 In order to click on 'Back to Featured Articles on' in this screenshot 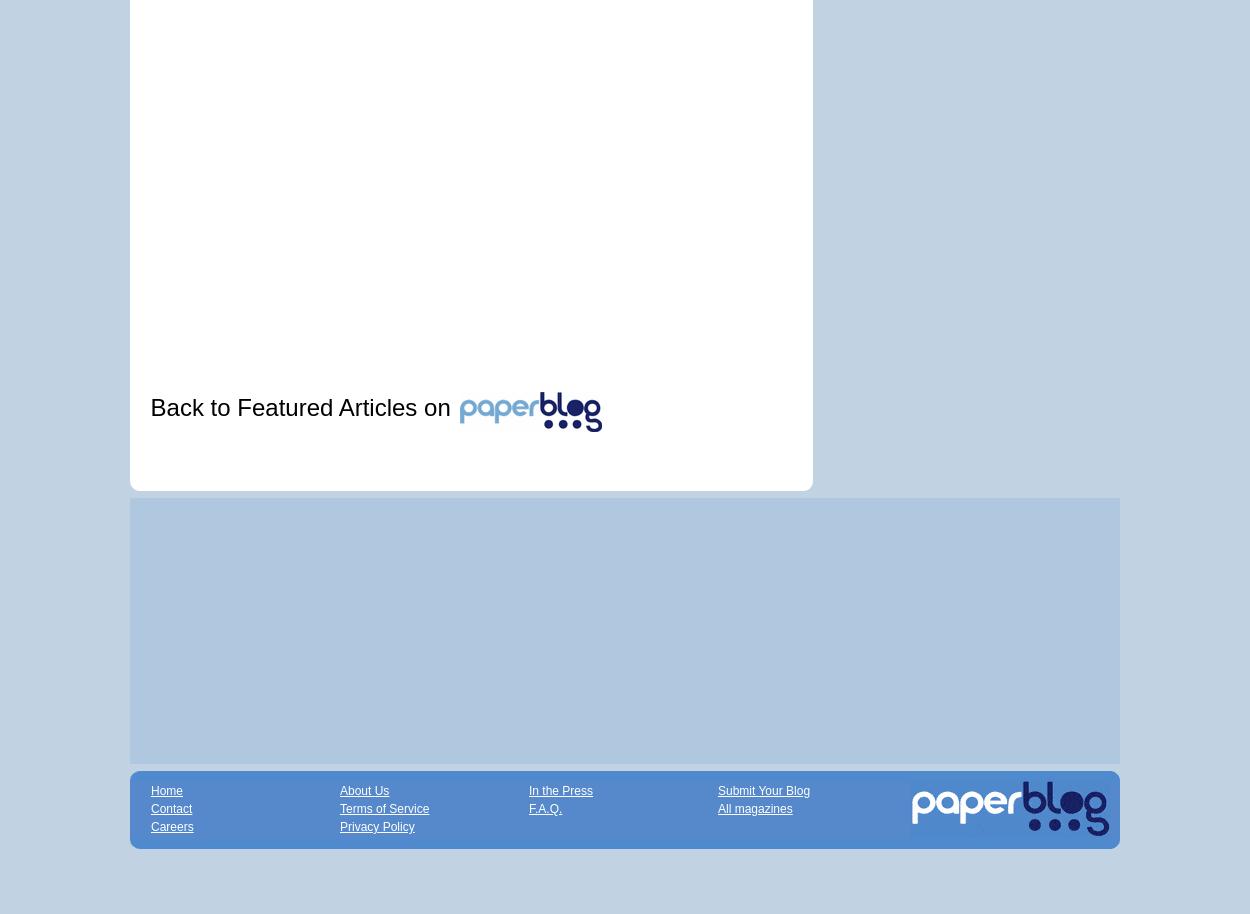, I will do `click(303, 407)`.